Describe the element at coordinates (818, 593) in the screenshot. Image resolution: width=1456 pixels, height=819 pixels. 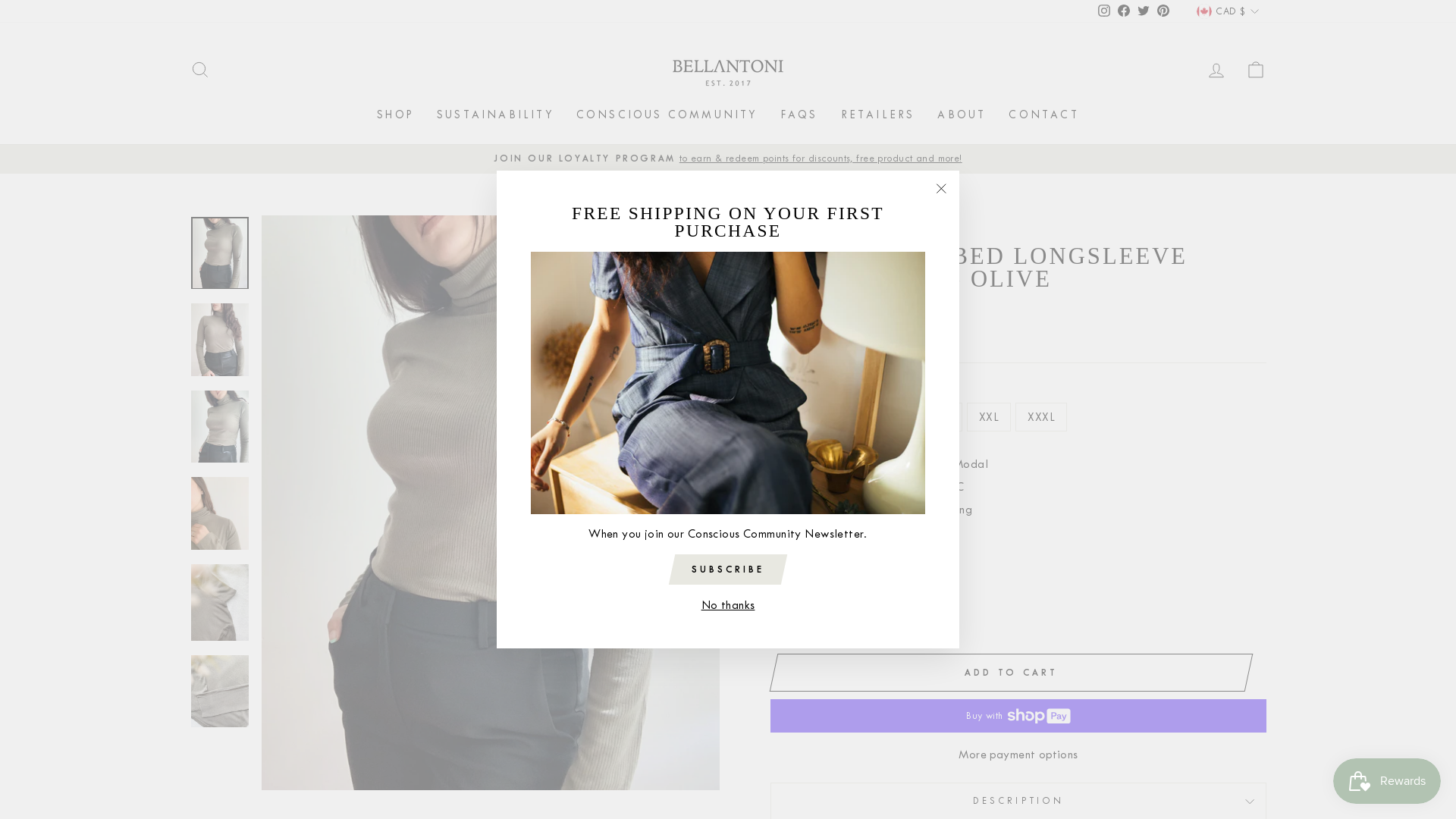
I see `'+'` at that location.